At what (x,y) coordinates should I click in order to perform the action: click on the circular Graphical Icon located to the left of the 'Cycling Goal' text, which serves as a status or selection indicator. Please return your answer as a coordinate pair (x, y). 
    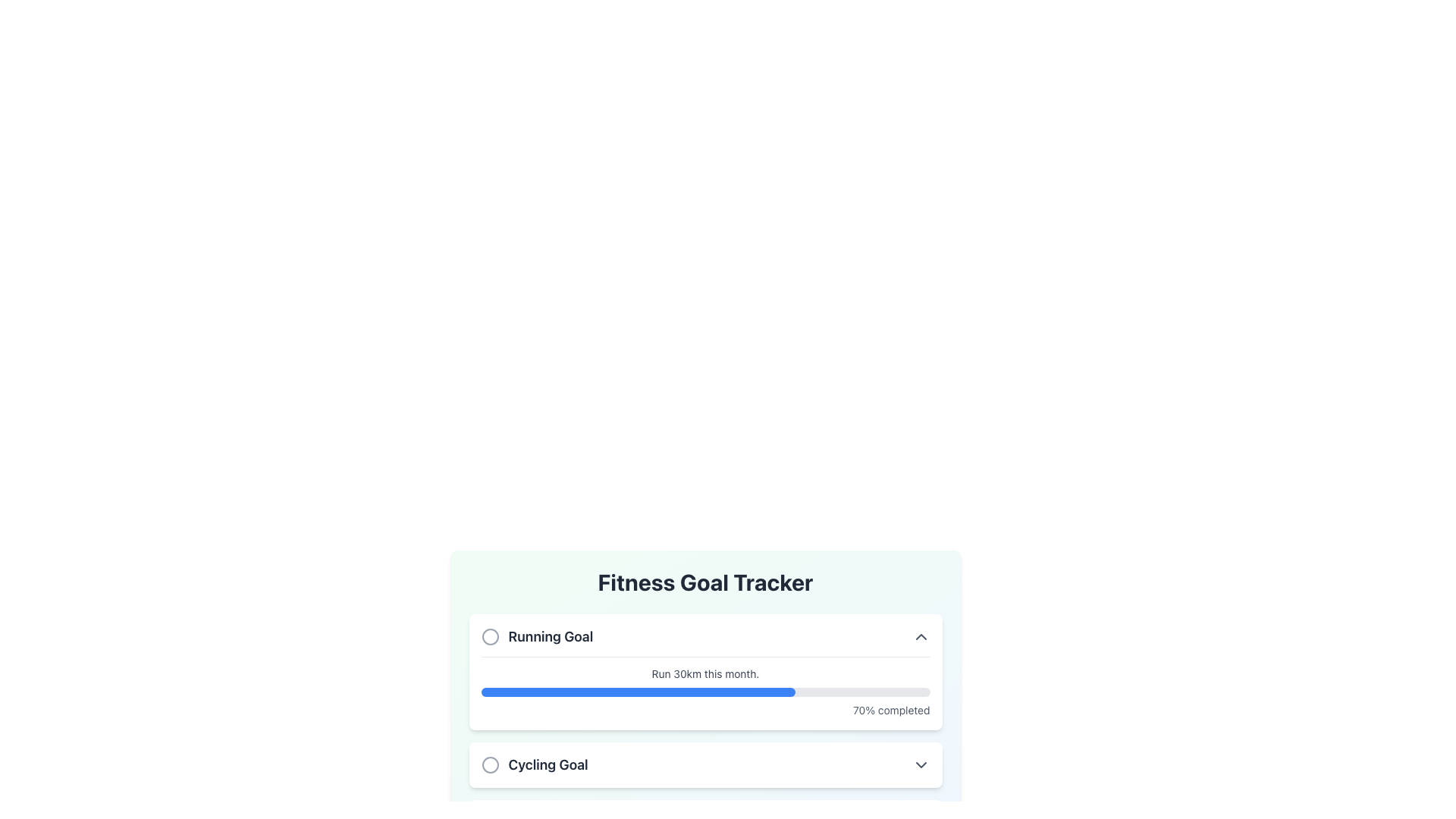
    Looking at the image, I should click on (490, 765).